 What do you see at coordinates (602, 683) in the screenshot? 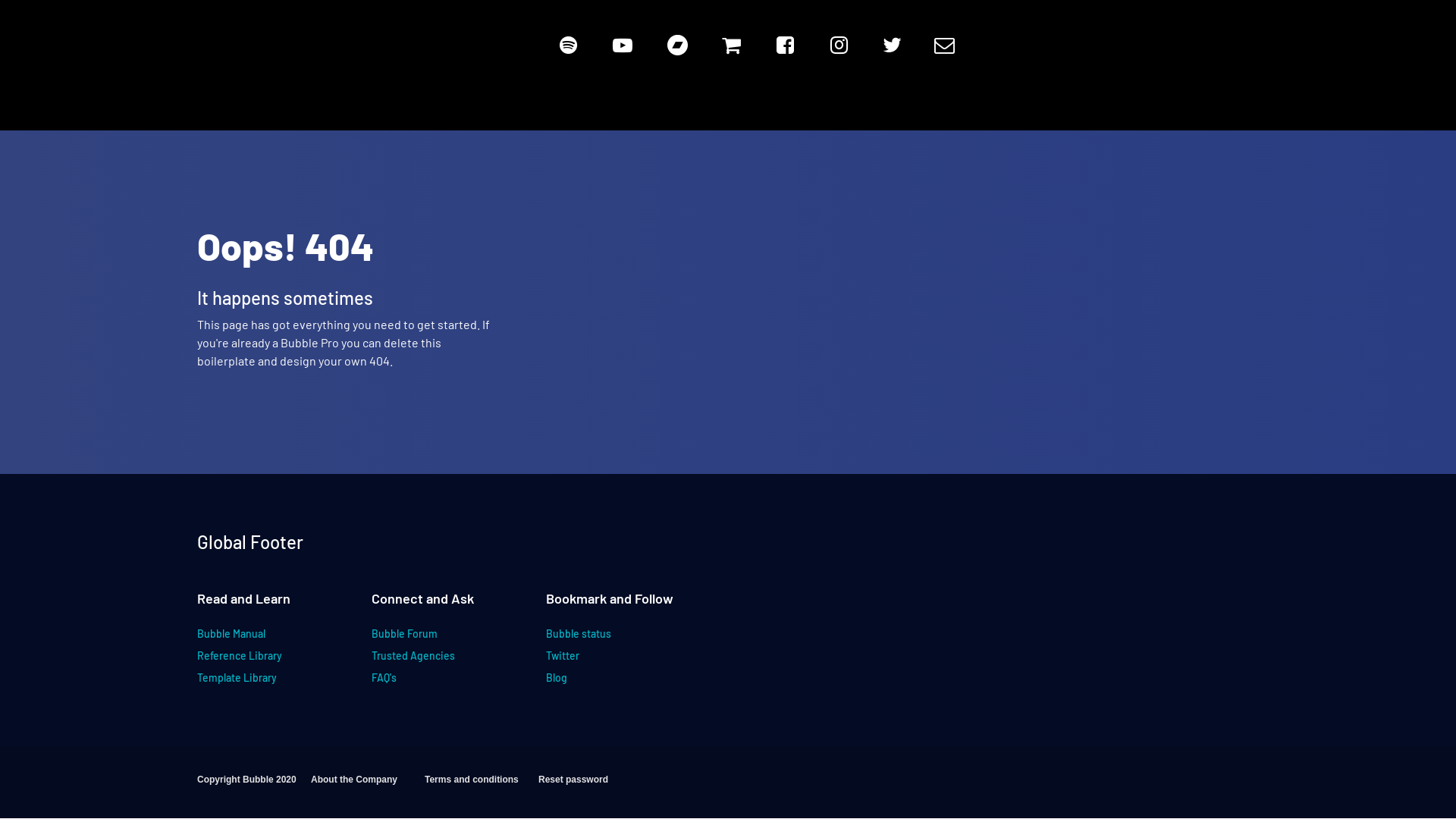
I see `'Blog'` at bounding box center [602, 683].